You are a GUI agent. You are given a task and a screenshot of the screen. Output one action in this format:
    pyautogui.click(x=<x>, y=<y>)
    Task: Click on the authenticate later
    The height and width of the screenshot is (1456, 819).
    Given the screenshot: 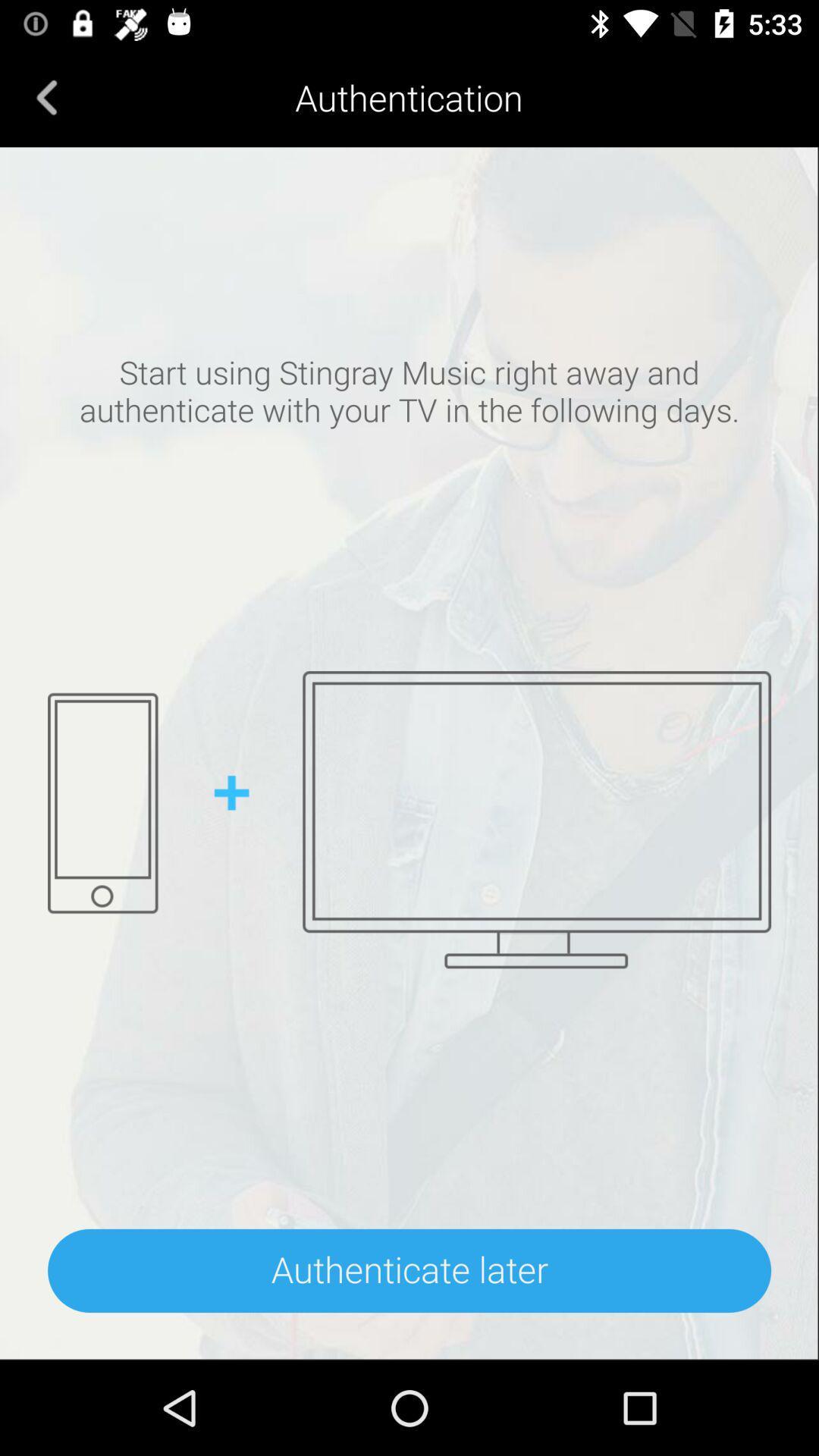 What is the action you would take?
    pyautogui.click(x=409, y=1270)
    